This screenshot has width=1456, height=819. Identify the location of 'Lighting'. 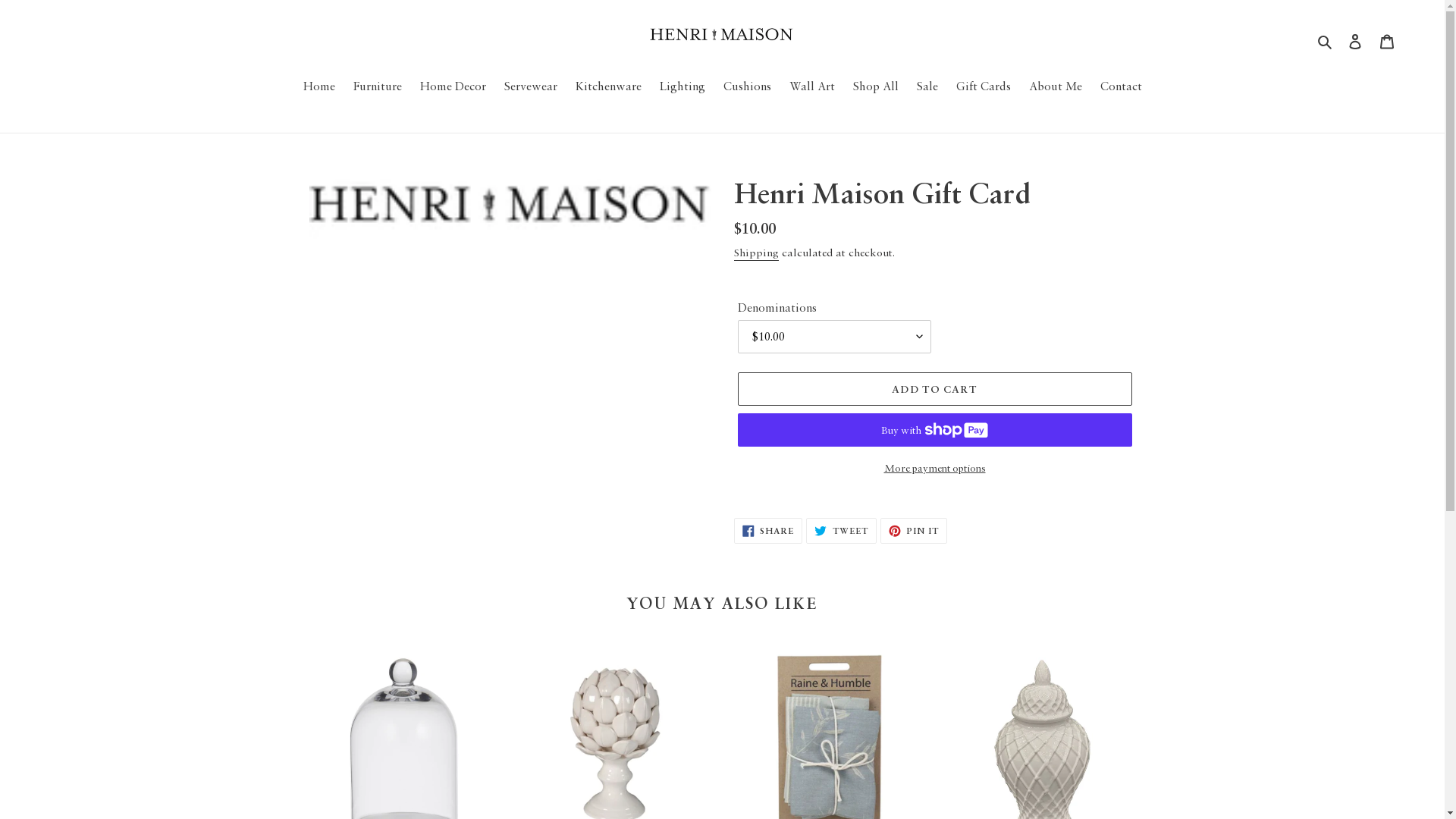
(682, 86).